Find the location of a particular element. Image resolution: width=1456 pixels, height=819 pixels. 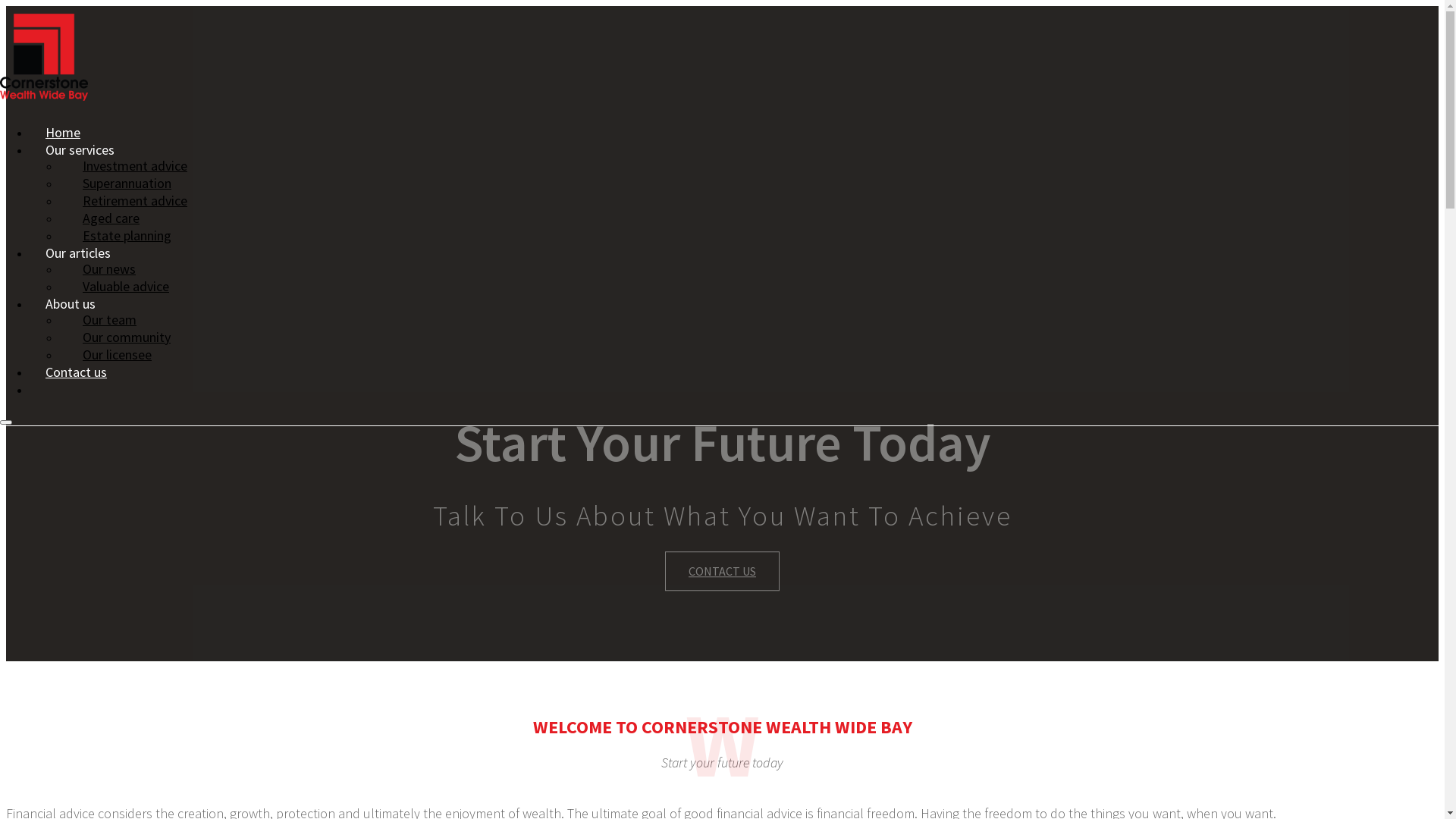

'Investment advice' is located at coordinates (134, 165).